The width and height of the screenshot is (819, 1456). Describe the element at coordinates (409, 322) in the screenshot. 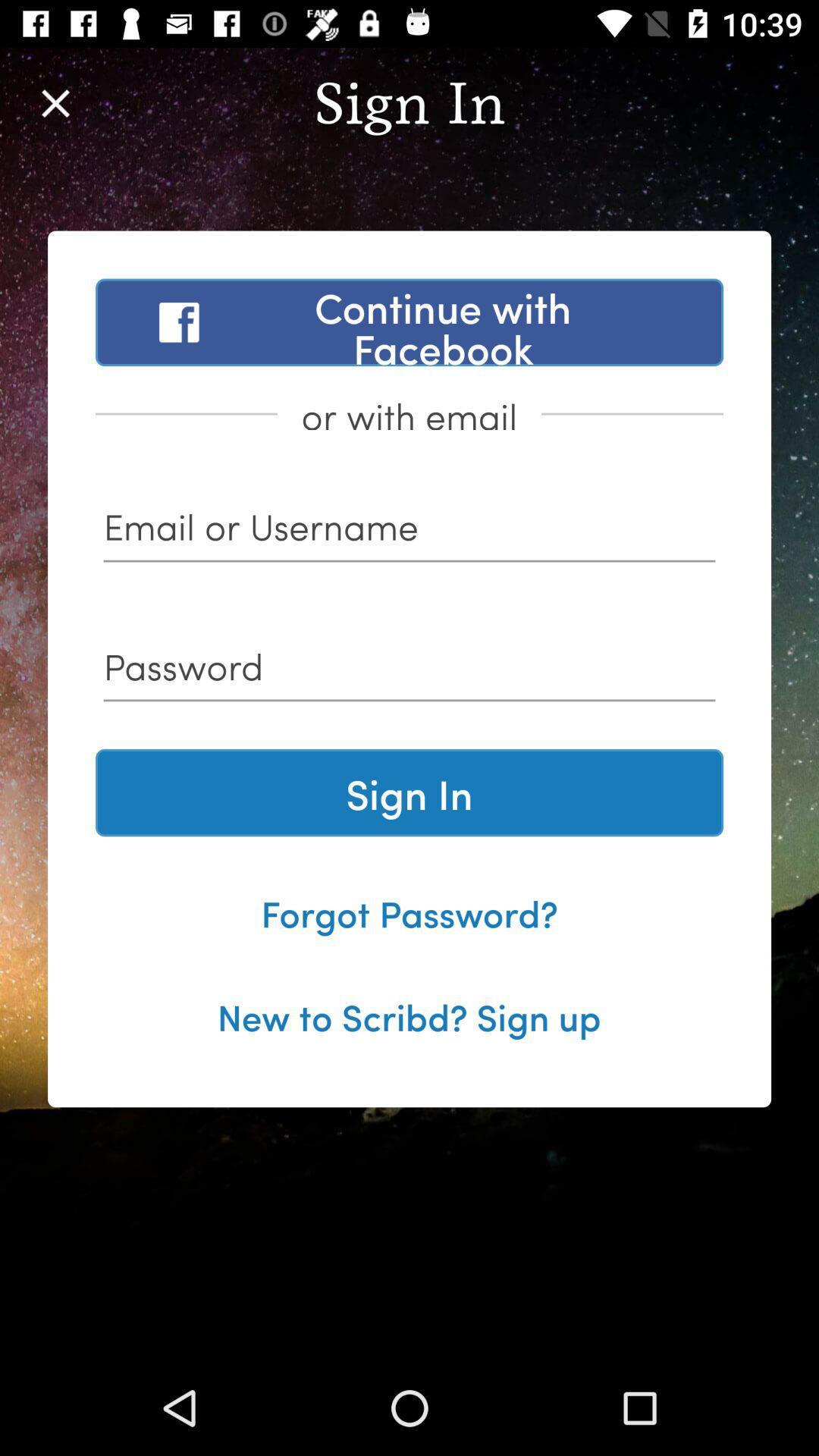

I see `the item above or with email item` at that location.